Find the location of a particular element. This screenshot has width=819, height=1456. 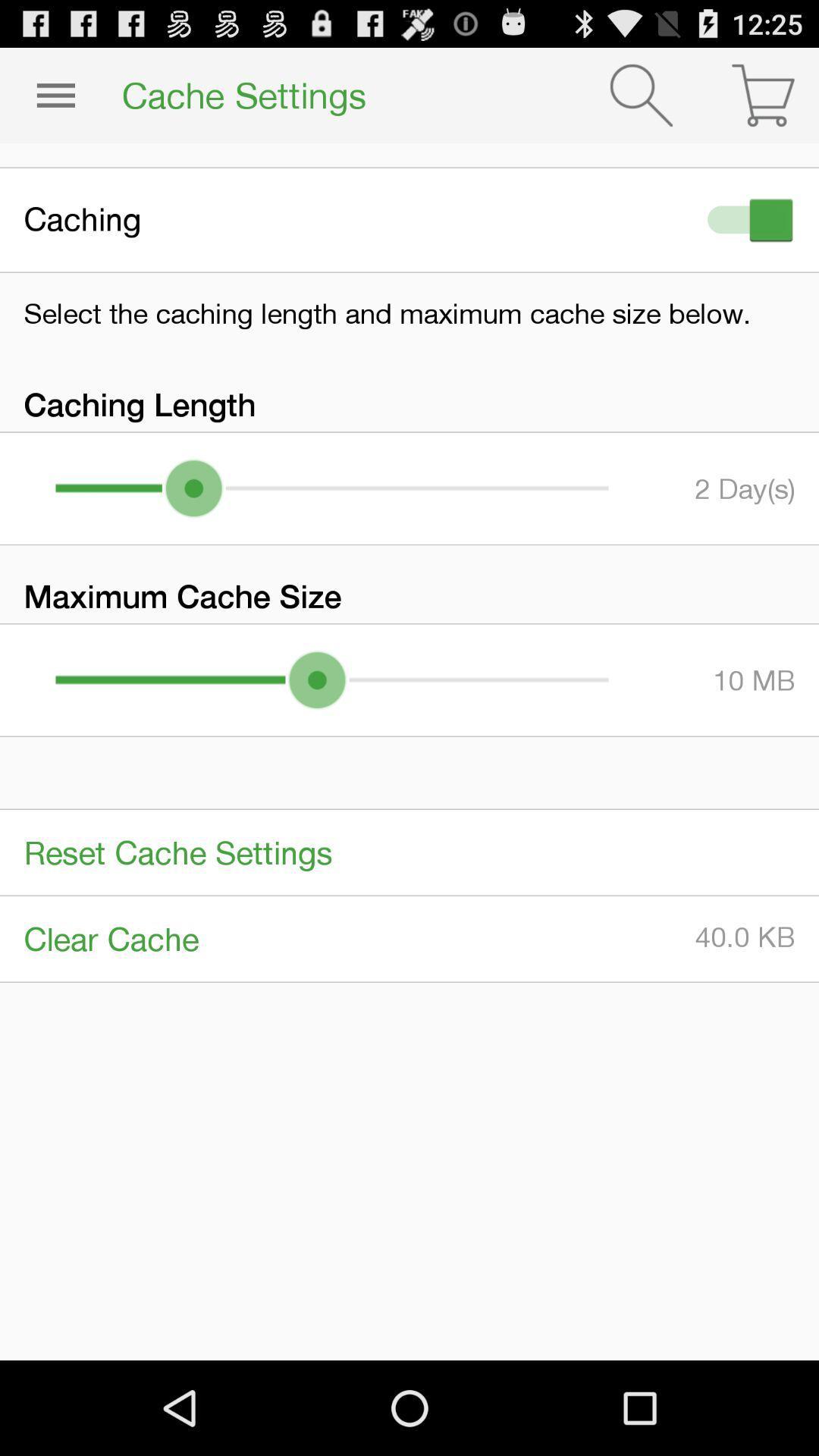

the search icon is located at coordinates (641, 101).